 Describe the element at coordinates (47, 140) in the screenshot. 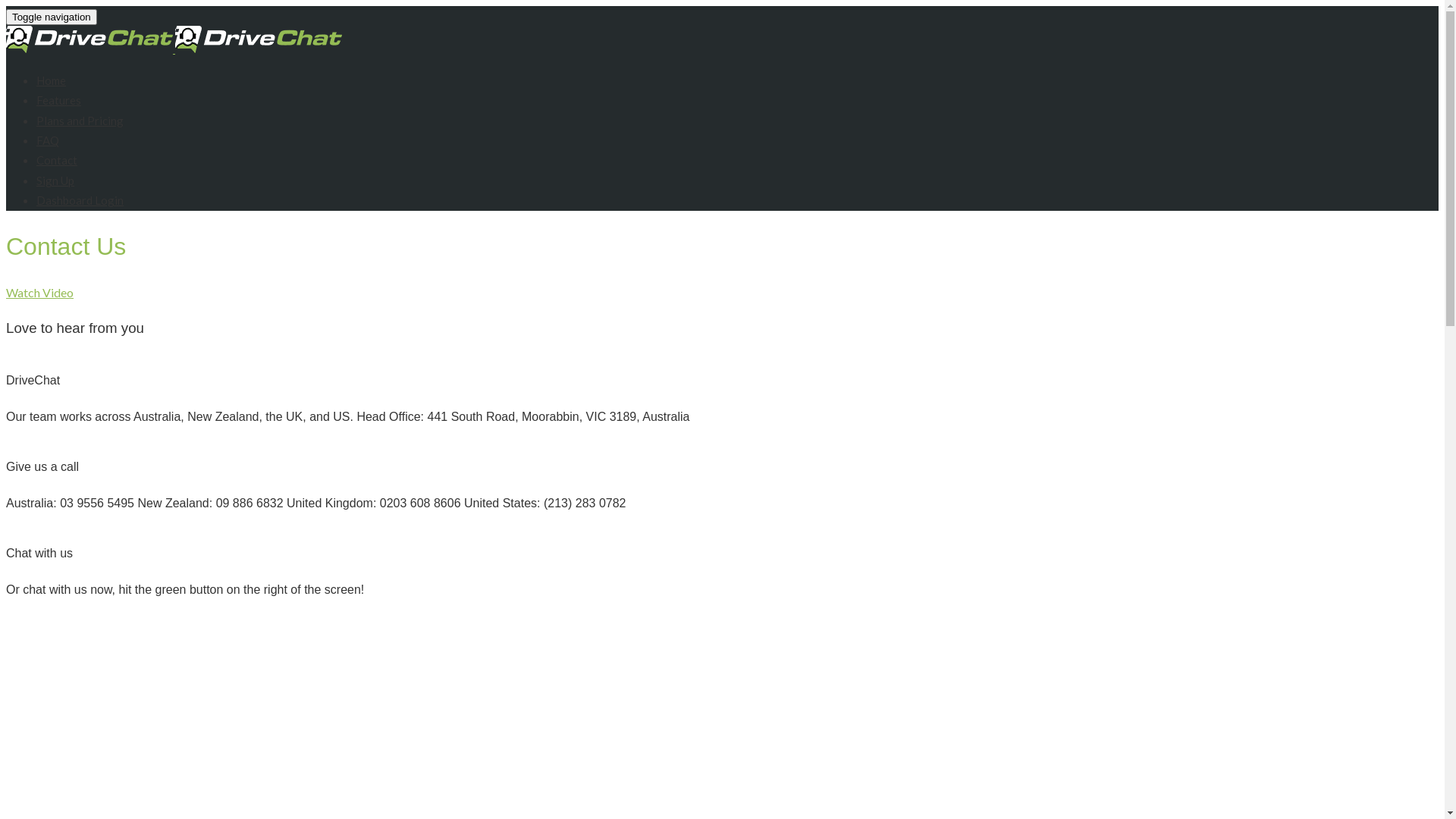

I see `'FAQ'` at that location.